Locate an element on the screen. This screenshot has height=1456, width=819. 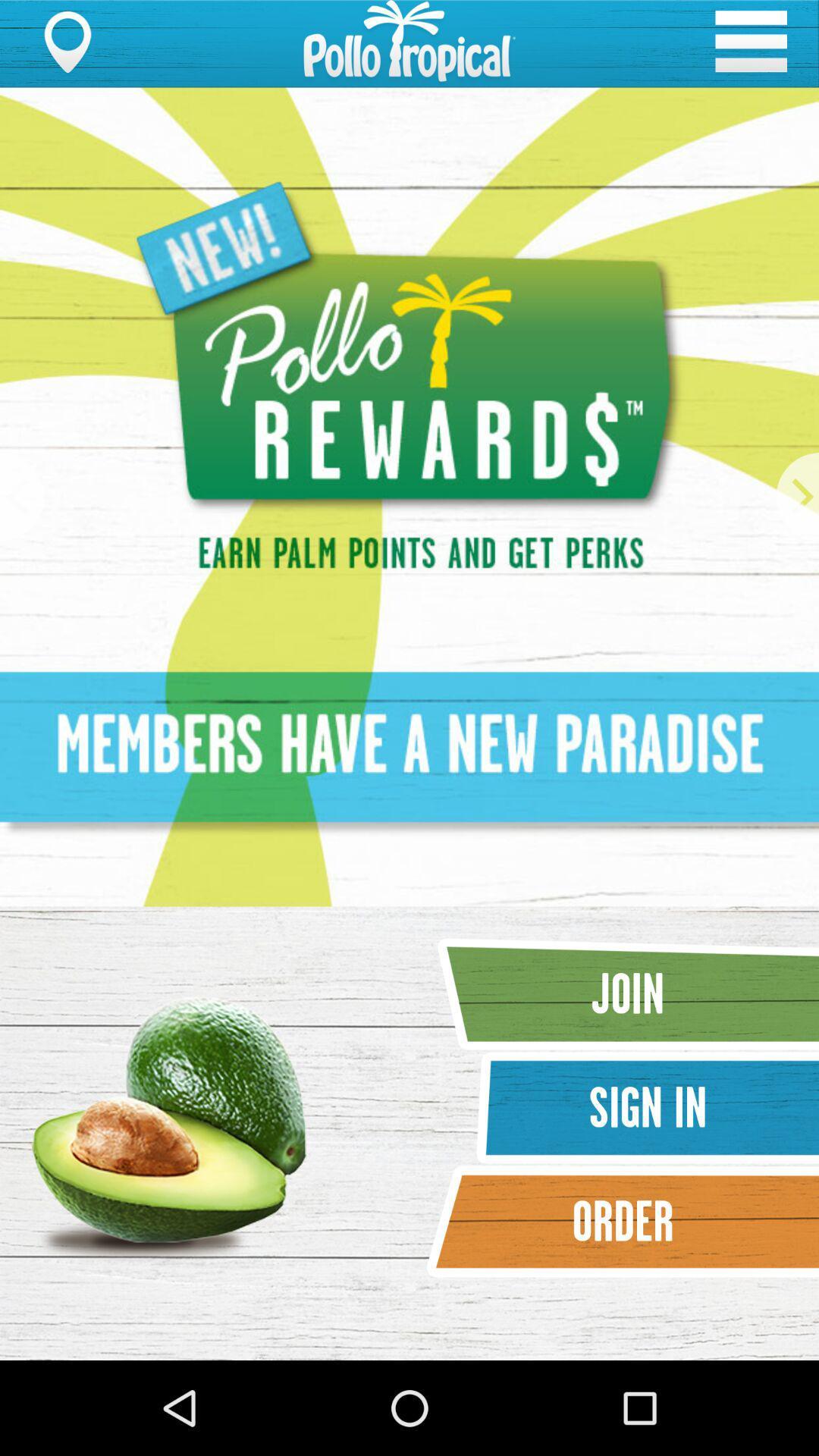
the location icon is located at coordinates (67, 43).